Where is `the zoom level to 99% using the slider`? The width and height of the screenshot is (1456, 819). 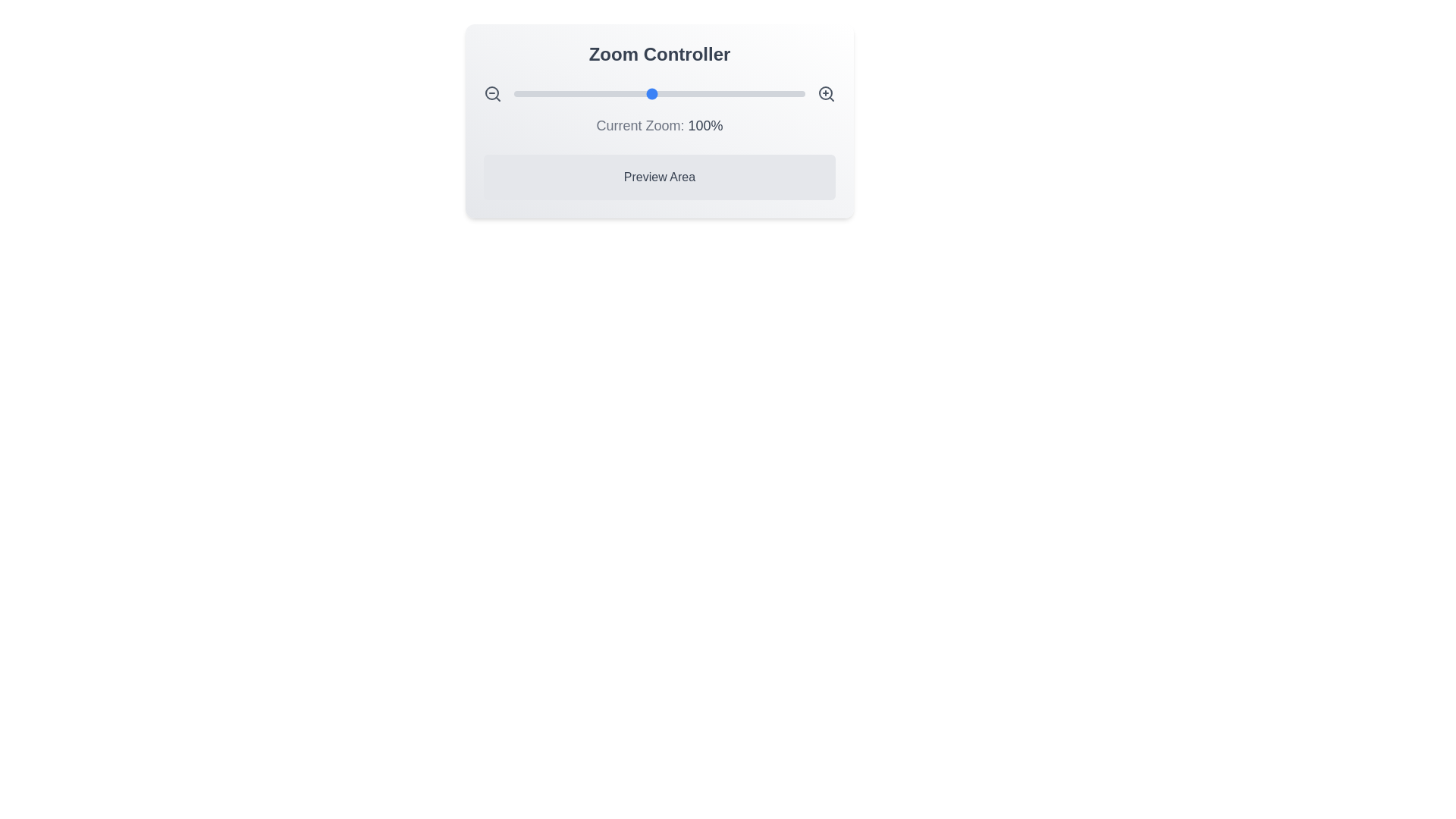
the zoom level to 99% using the slider is located at coordinates (650, 93).